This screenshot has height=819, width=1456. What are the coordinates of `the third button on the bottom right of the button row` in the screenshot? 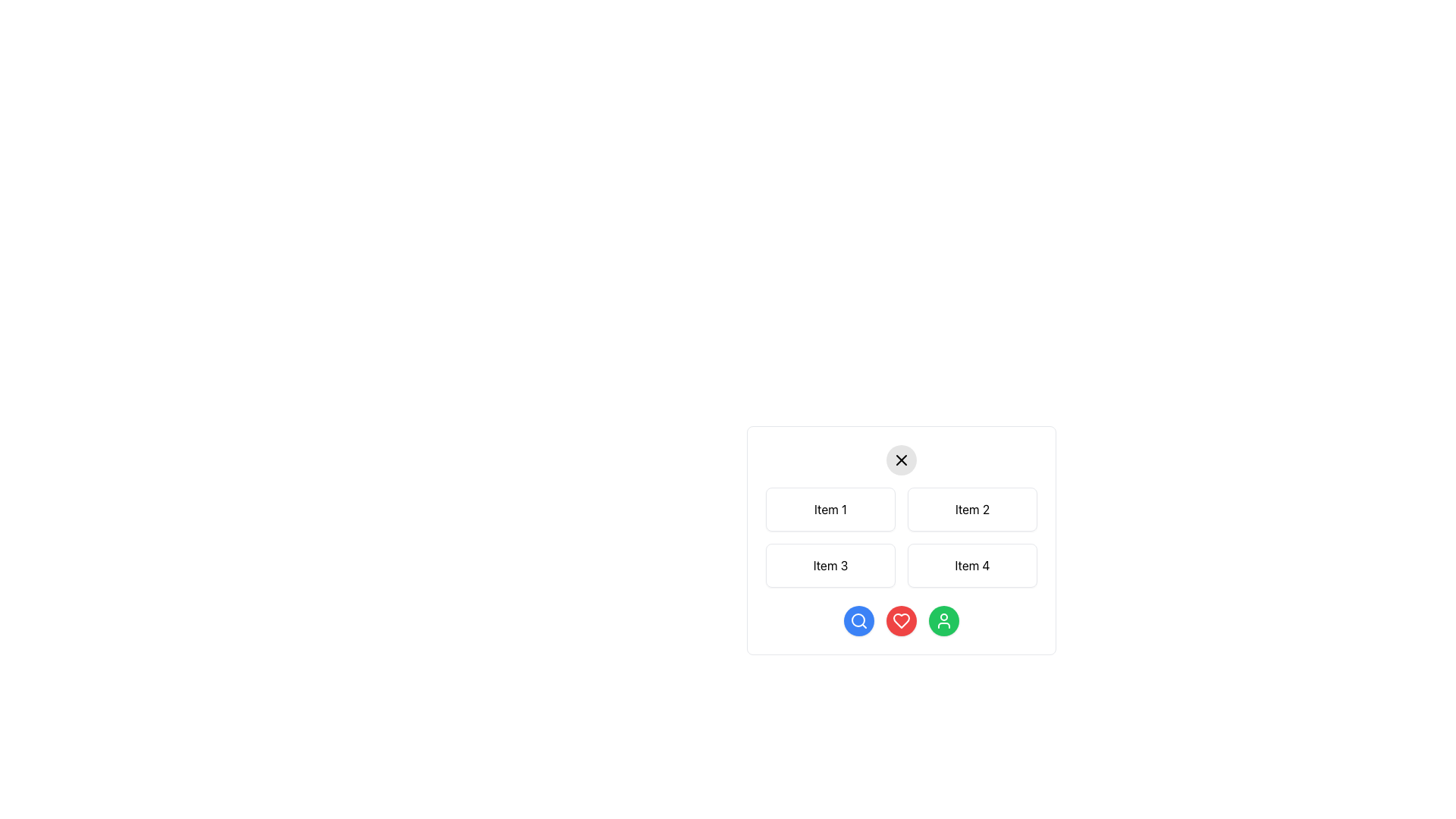 It's located at (943, 620).